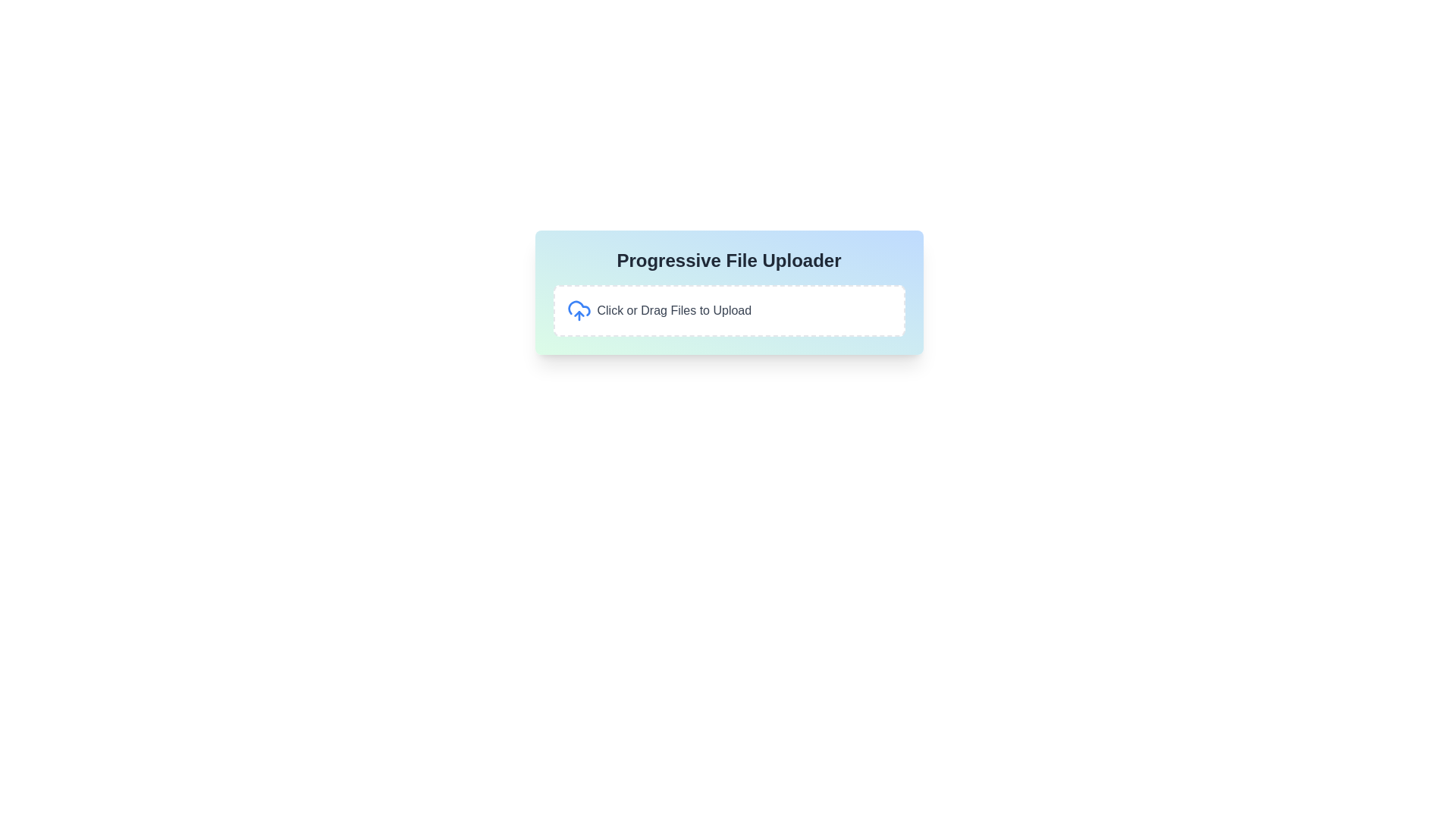  What do you see at coordinates (729, 309) in the screenshot?
I see `the File upload area with a dashed border that contains a cloud icon and the text 'Click or Drag Files to Upload'` at bounding box center [729, 309].